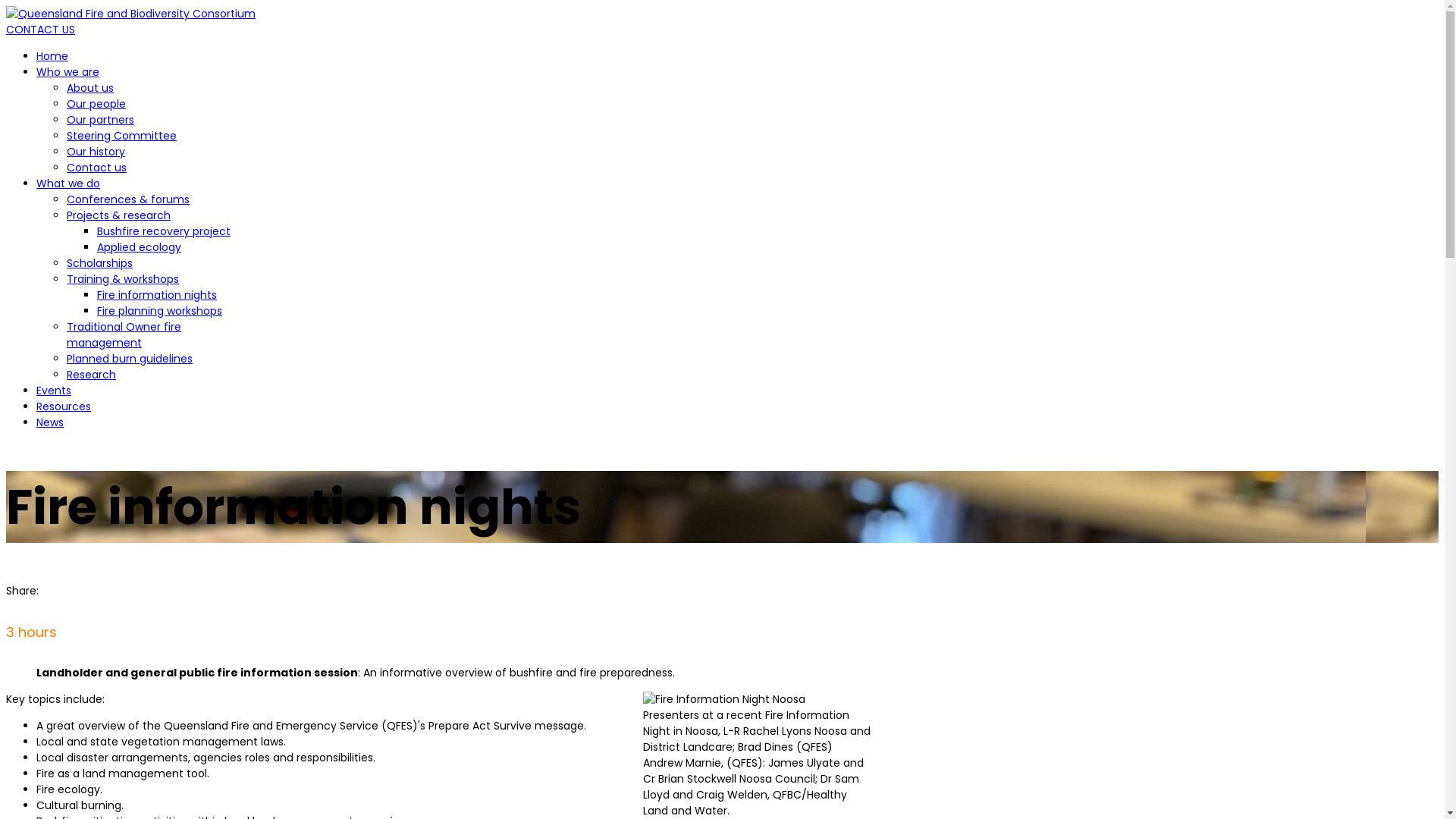 This screenshot has width=1456, height=819. I want to click on 'CONTACT US', so click(40, 29).